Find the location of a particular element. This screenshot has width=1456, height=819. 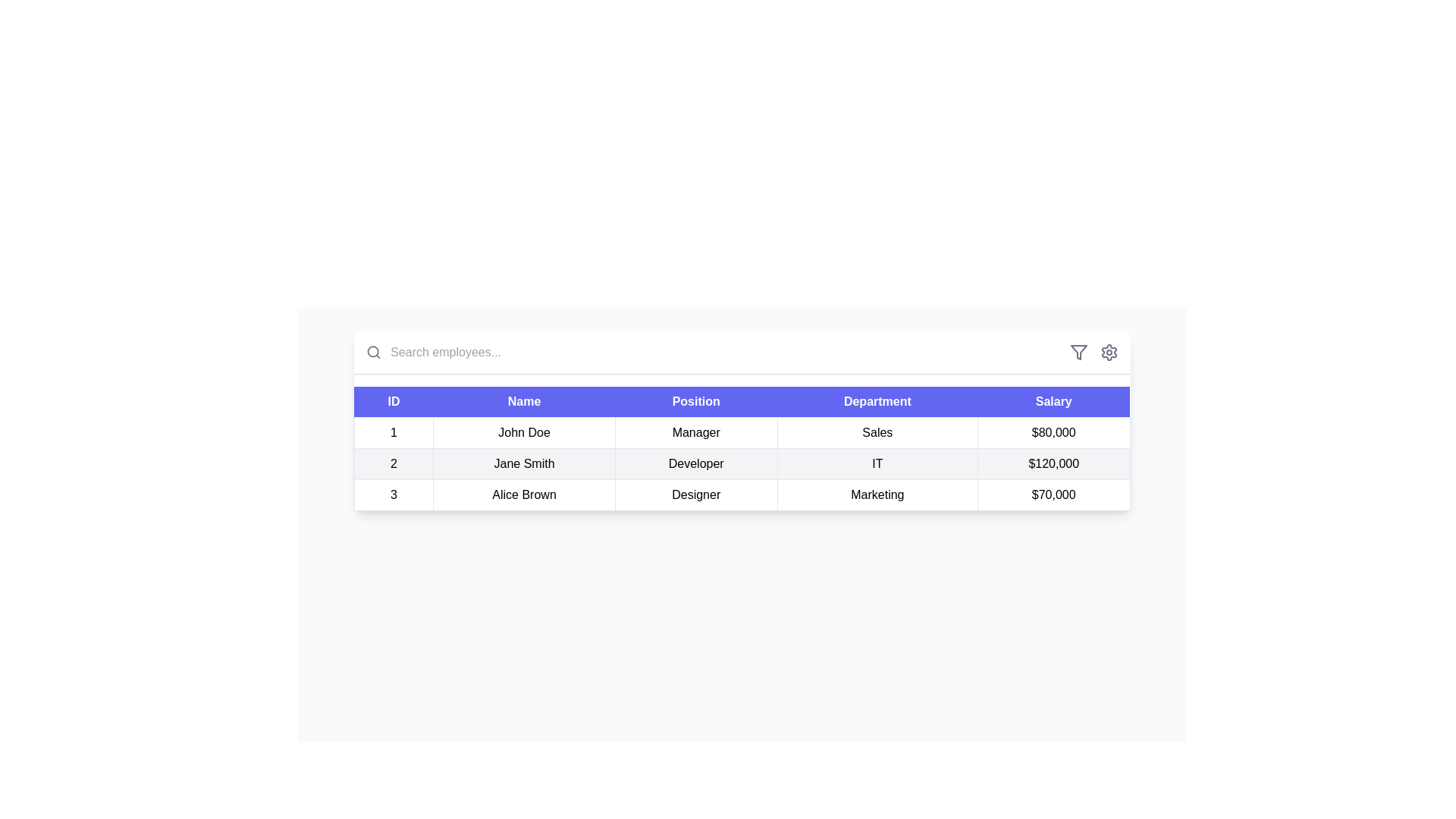

the text label displaying 'Sales' which is positioned in the fourth column of the first row of the table, adjacent to the 'Manager' column on the left and '$80,000' on the right is located at coordinates (877, 432).